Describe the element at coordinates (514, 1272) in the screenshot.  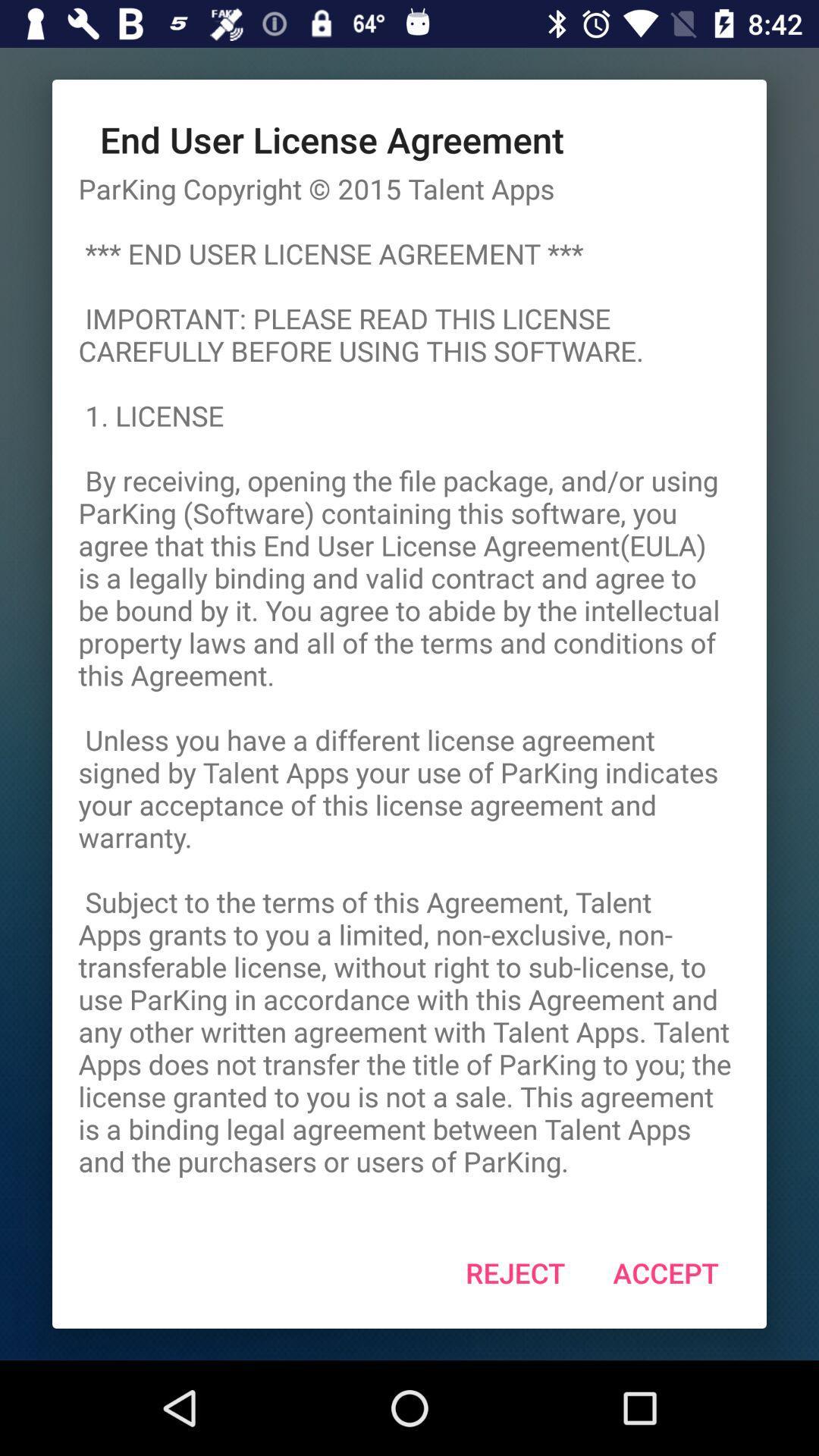
I see `the reject` at that location.